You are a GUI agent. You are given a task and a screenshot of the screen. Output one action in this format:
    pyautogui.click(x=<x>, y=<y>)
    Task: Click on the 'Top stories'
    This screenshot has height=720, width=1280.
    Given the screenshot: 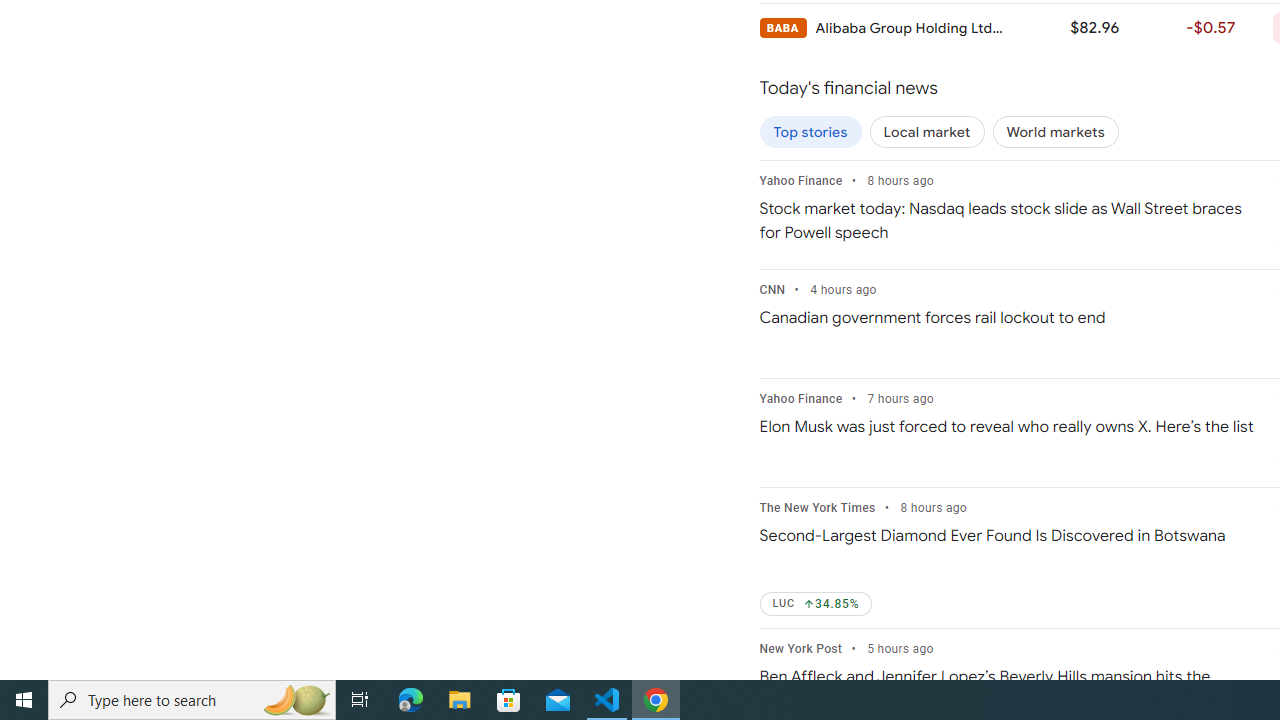 What is the action you would take?
    pyautogui.click(x=810, y=132)
    